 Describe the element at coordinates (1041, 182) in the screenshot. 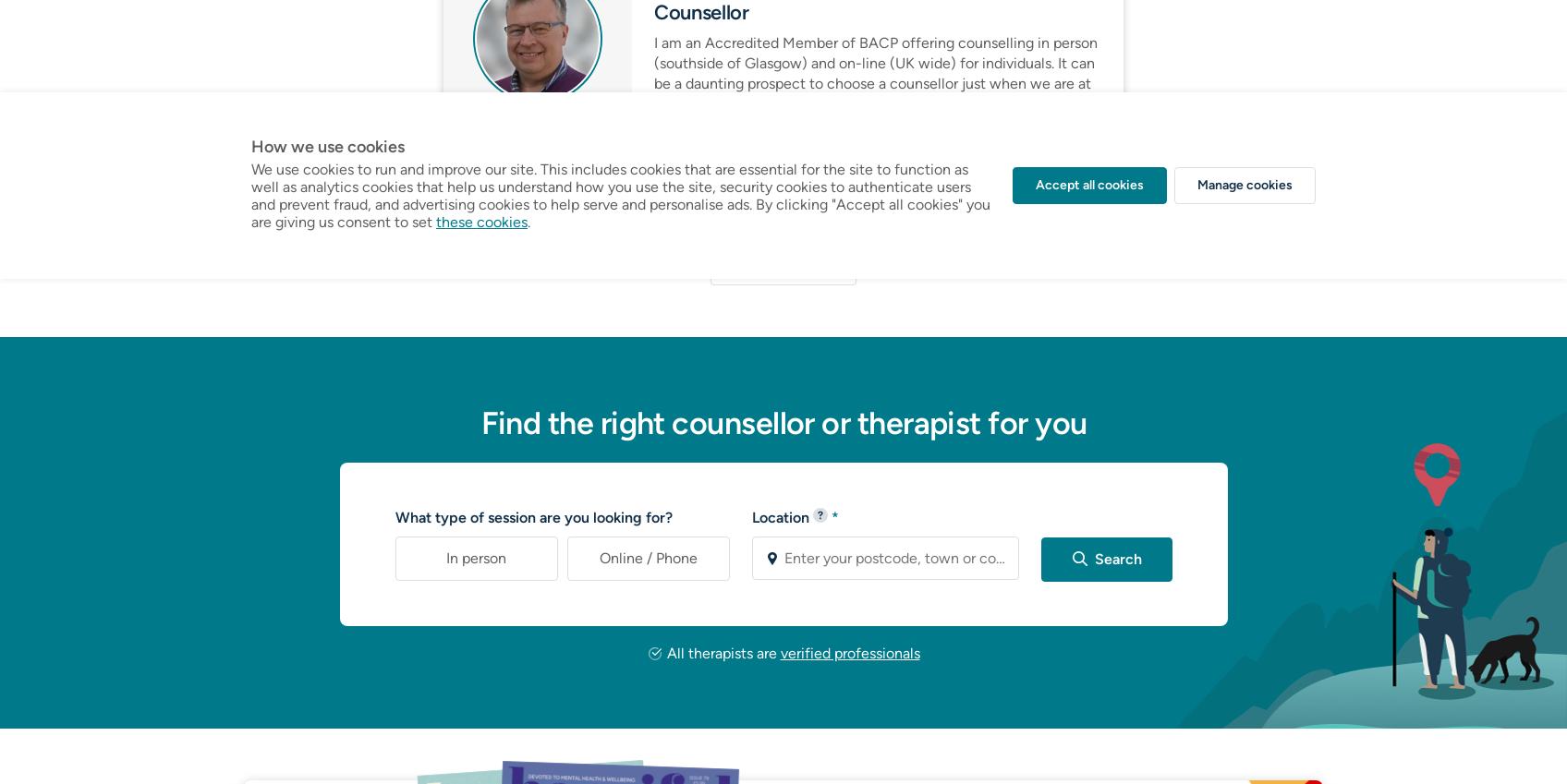

I see `'View profile'` at that location.